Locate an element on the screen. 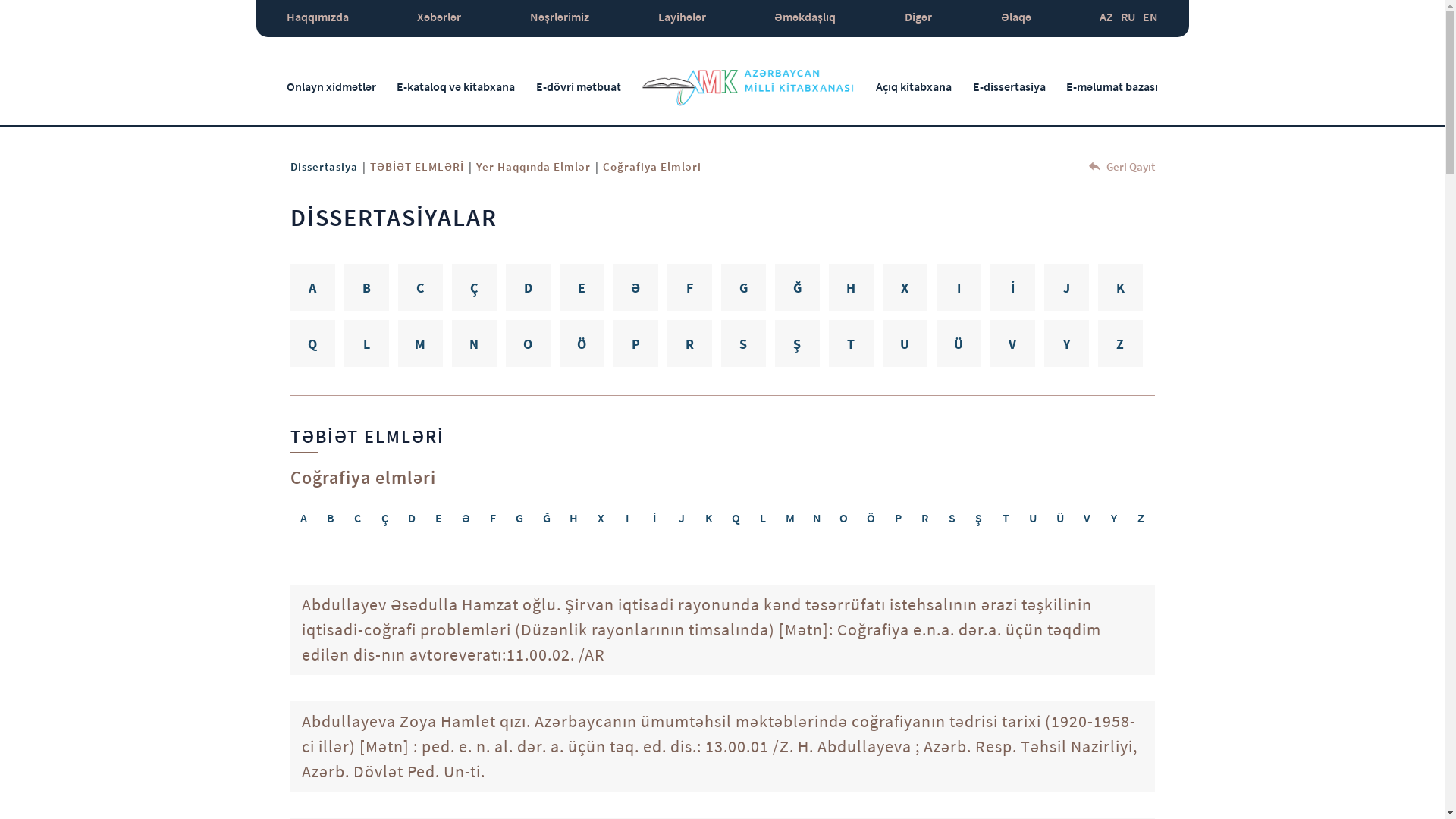 This screenshot has width=1456, height=819. 'B' is located at coordinates (344, 287).